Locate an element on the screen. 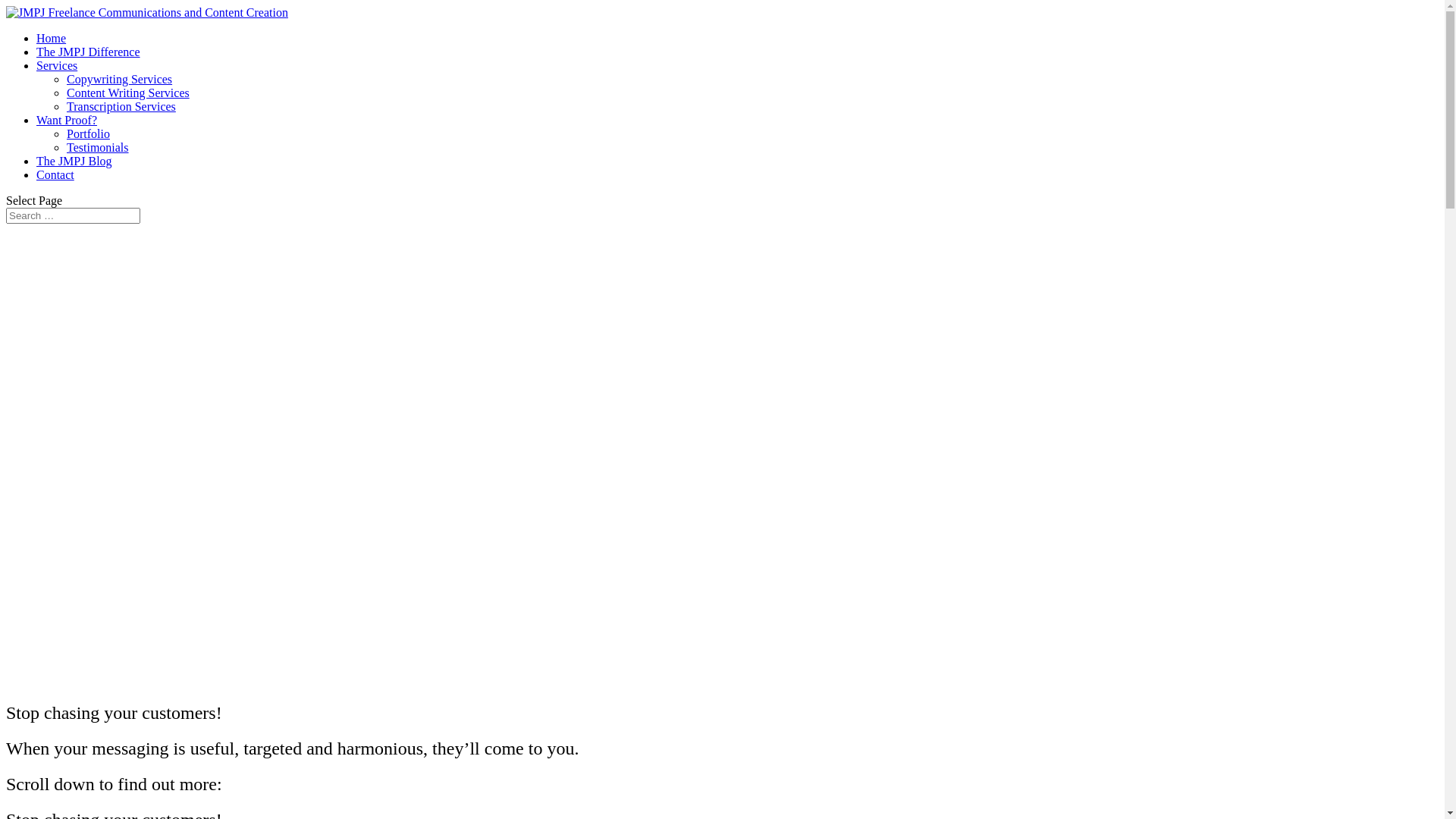 Image resolution: width=1456 pixels, height=819 pixels. 'Welcome to JMPJ Freelance Communcations And Content Creation' is located at coordinates (6, 453).